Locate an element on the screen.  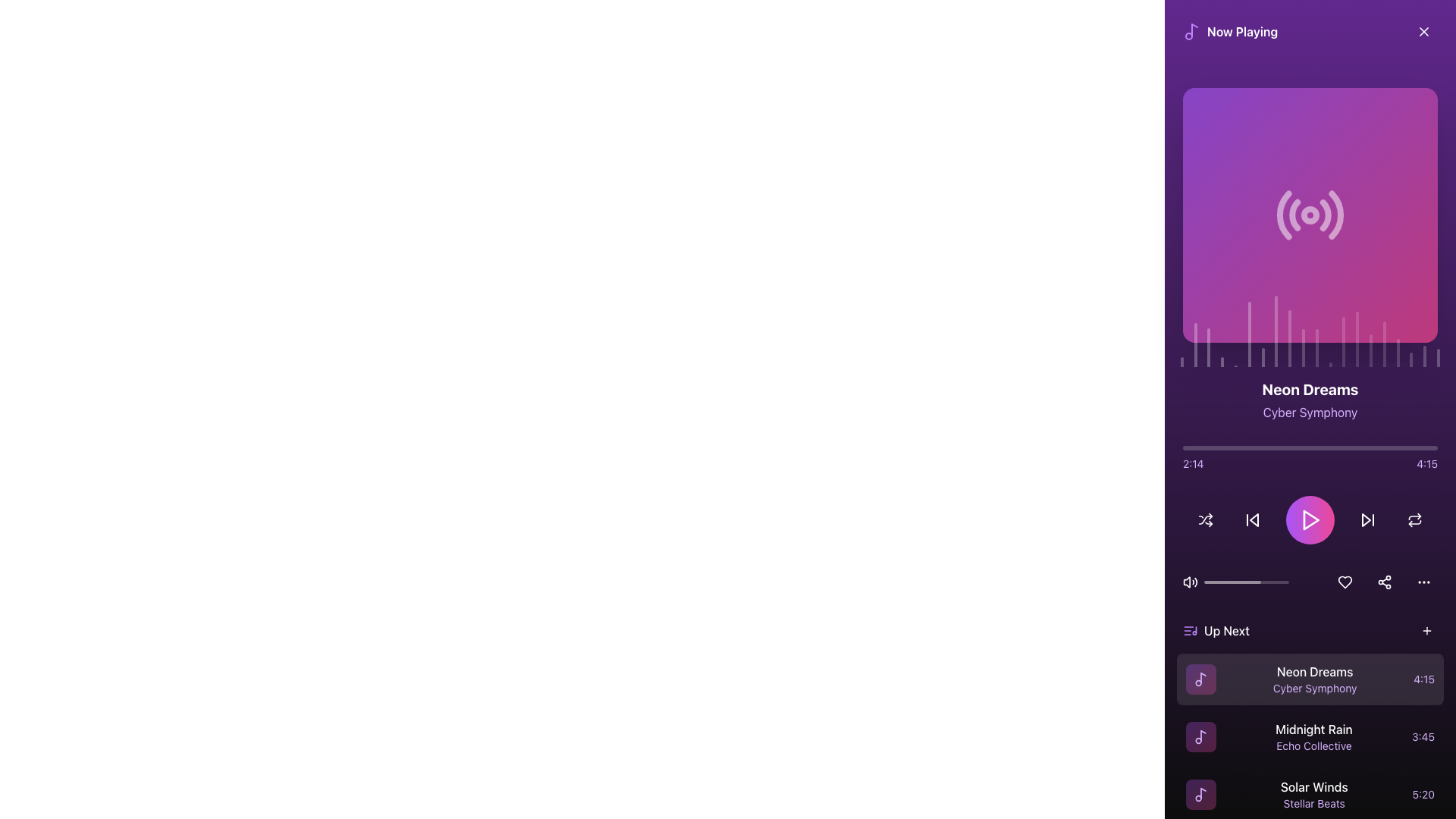
the share button located as the second icon from the left in a group of three at the bottom-right section of the 'Now Playing' panel is located at coordinates (1384, 581).